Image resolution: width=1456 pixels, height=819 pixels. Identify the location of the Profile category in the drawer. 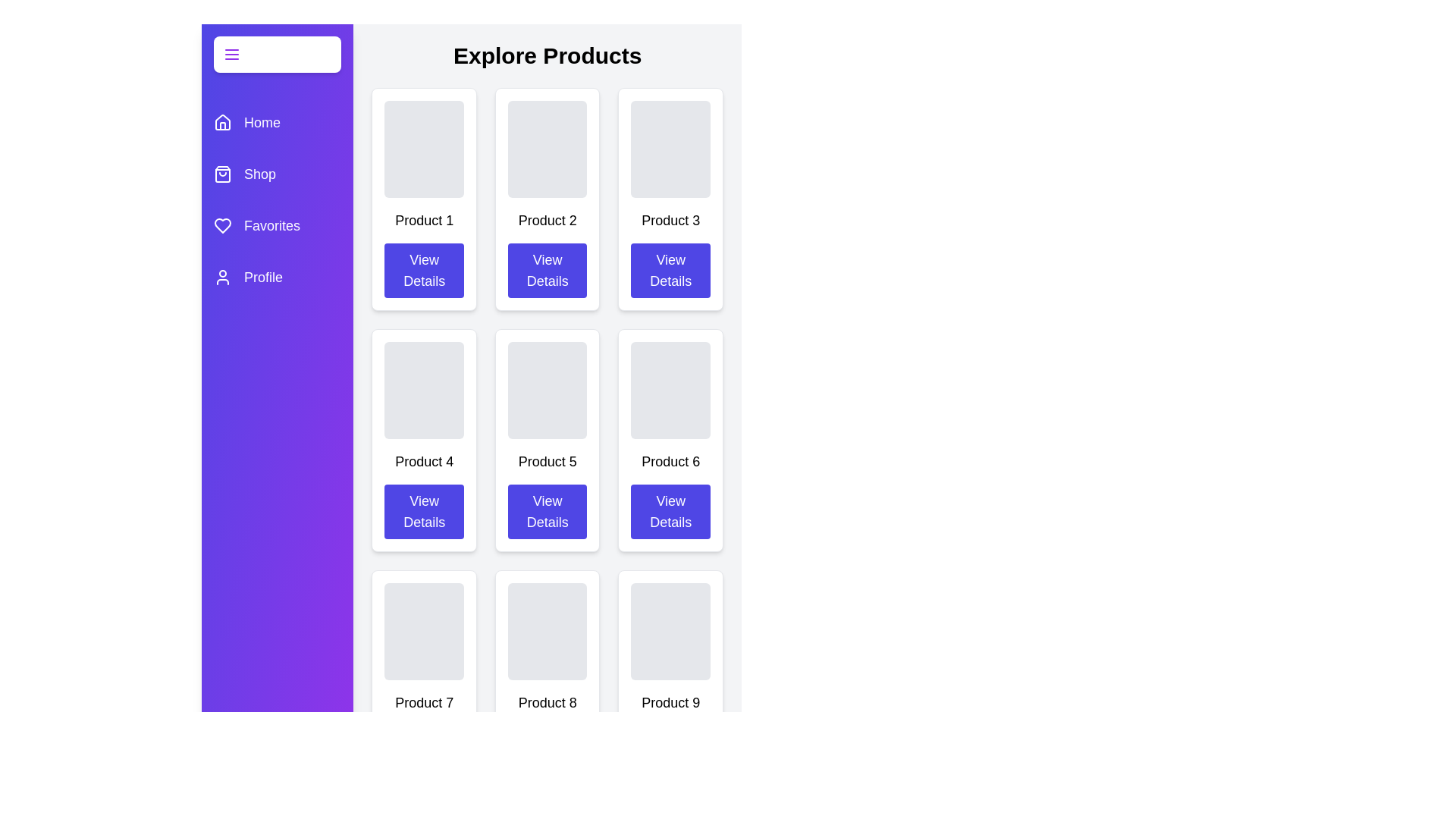
(277, 278).